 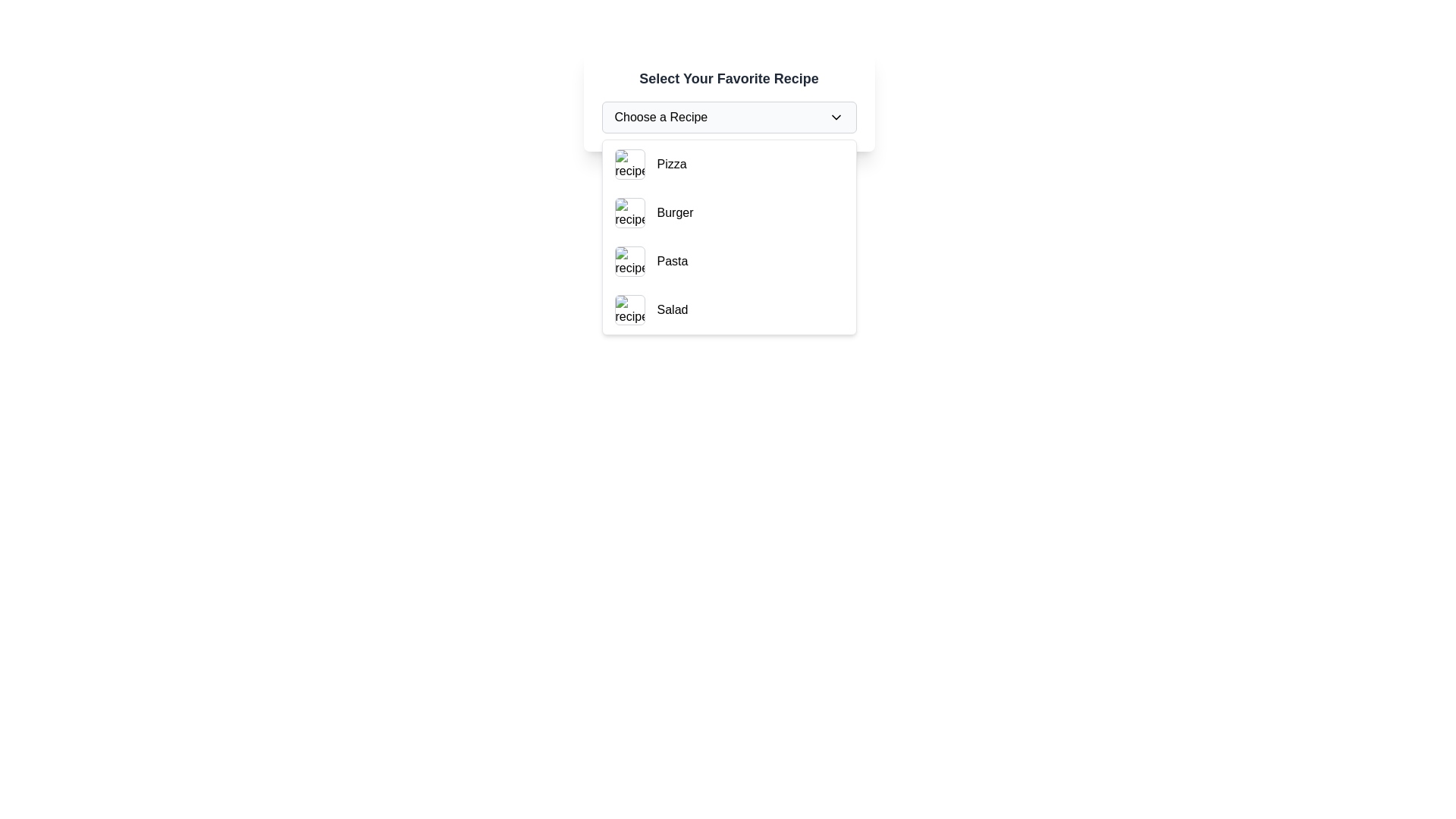 What do you see at coordinates (629, 260) in the screenshot?
I see `the image placeholder that represents an image with the alt text 'recipe', located to the left of the 'Pasta' entry in the dropdown list` at bounding box center [629, 260].